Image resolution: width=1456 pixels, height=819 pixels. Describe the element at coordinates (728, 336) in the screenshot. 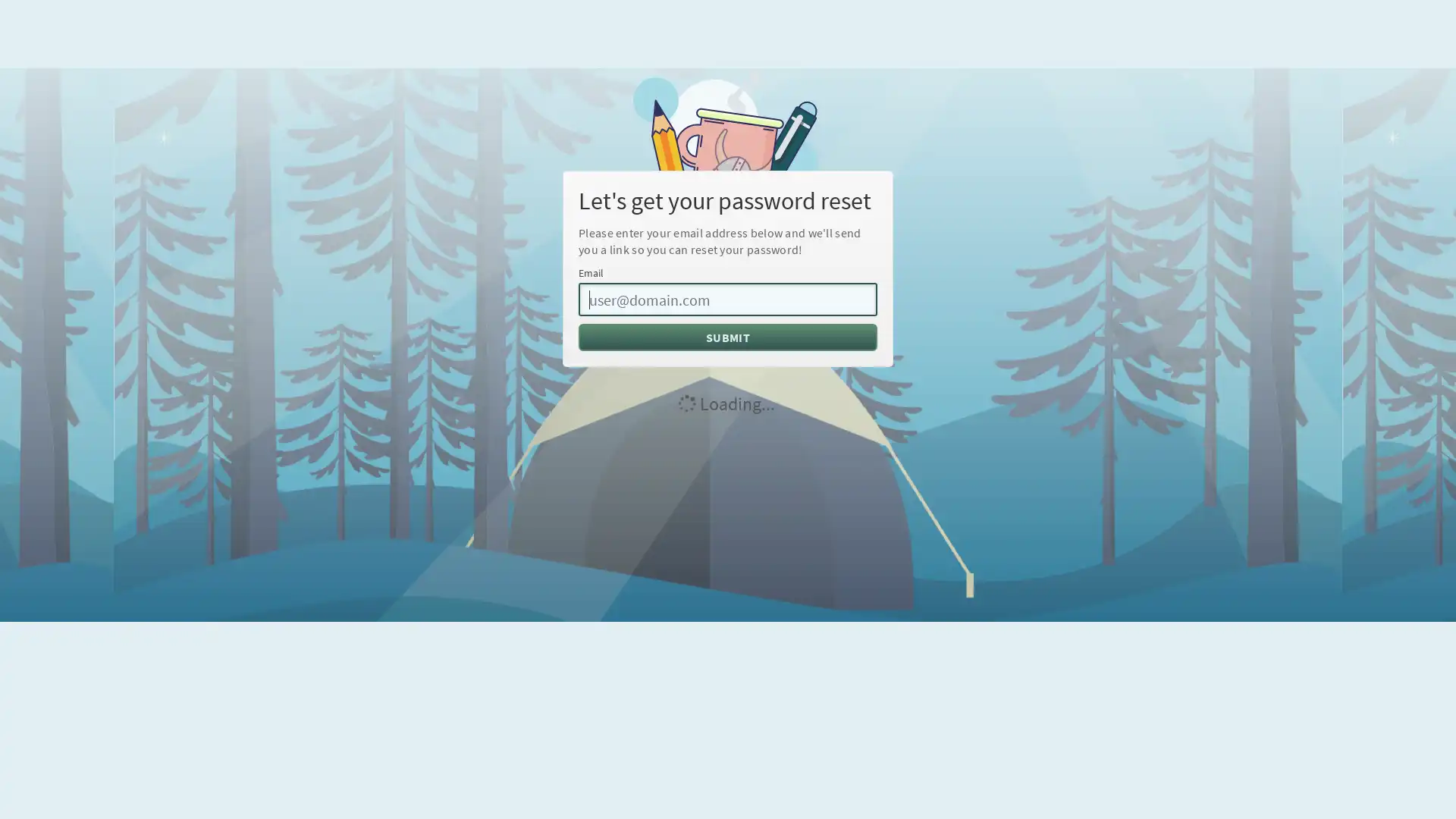

I see `SUBMIT` at that location.